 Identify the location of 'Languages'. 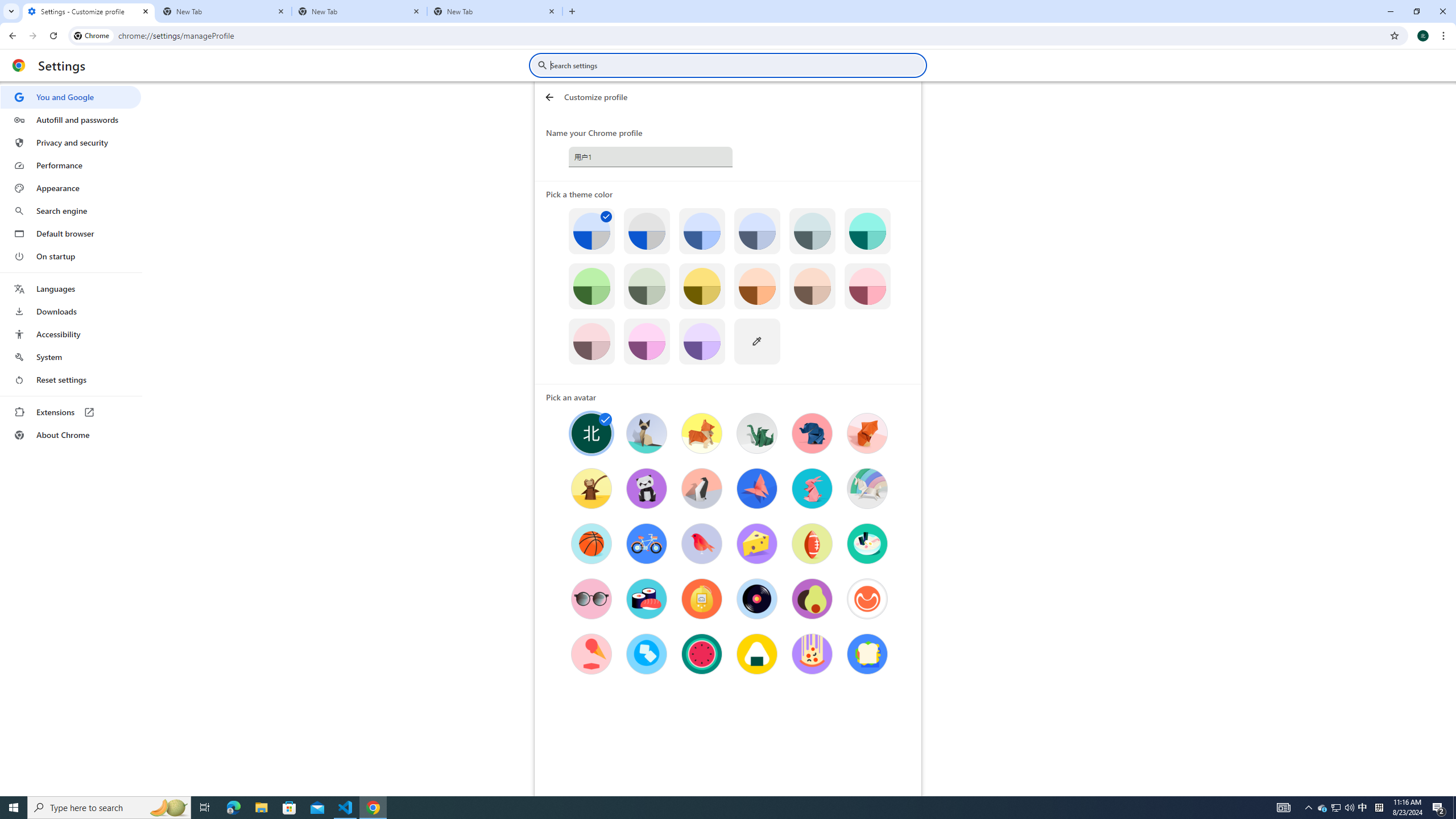
(70, 289).